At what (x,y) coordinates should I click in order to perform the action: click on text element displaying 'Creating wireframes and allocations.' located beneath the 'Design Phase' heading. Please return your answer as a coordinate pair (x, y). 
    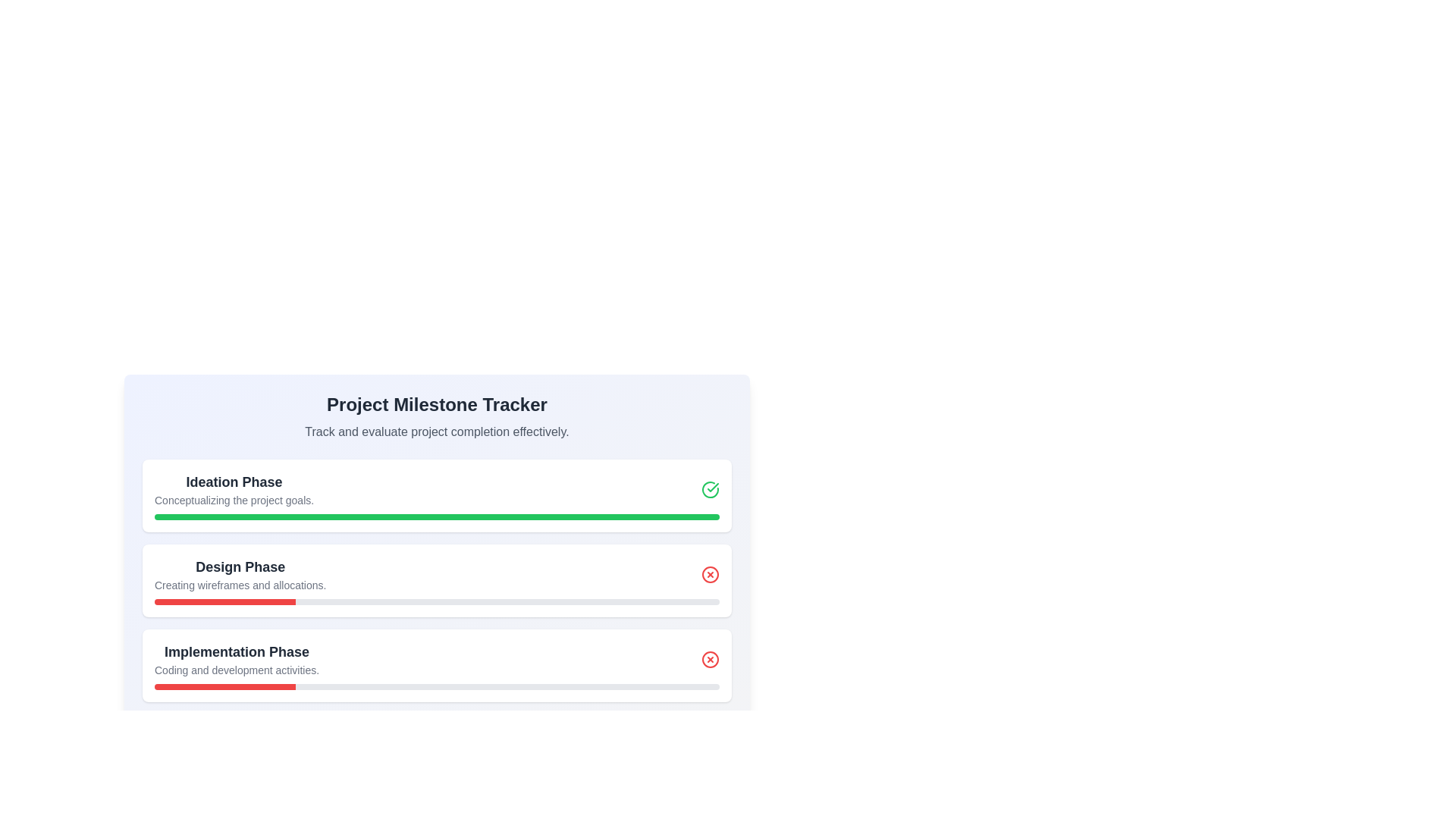
    Looking at the image, I should click on (240, 584).